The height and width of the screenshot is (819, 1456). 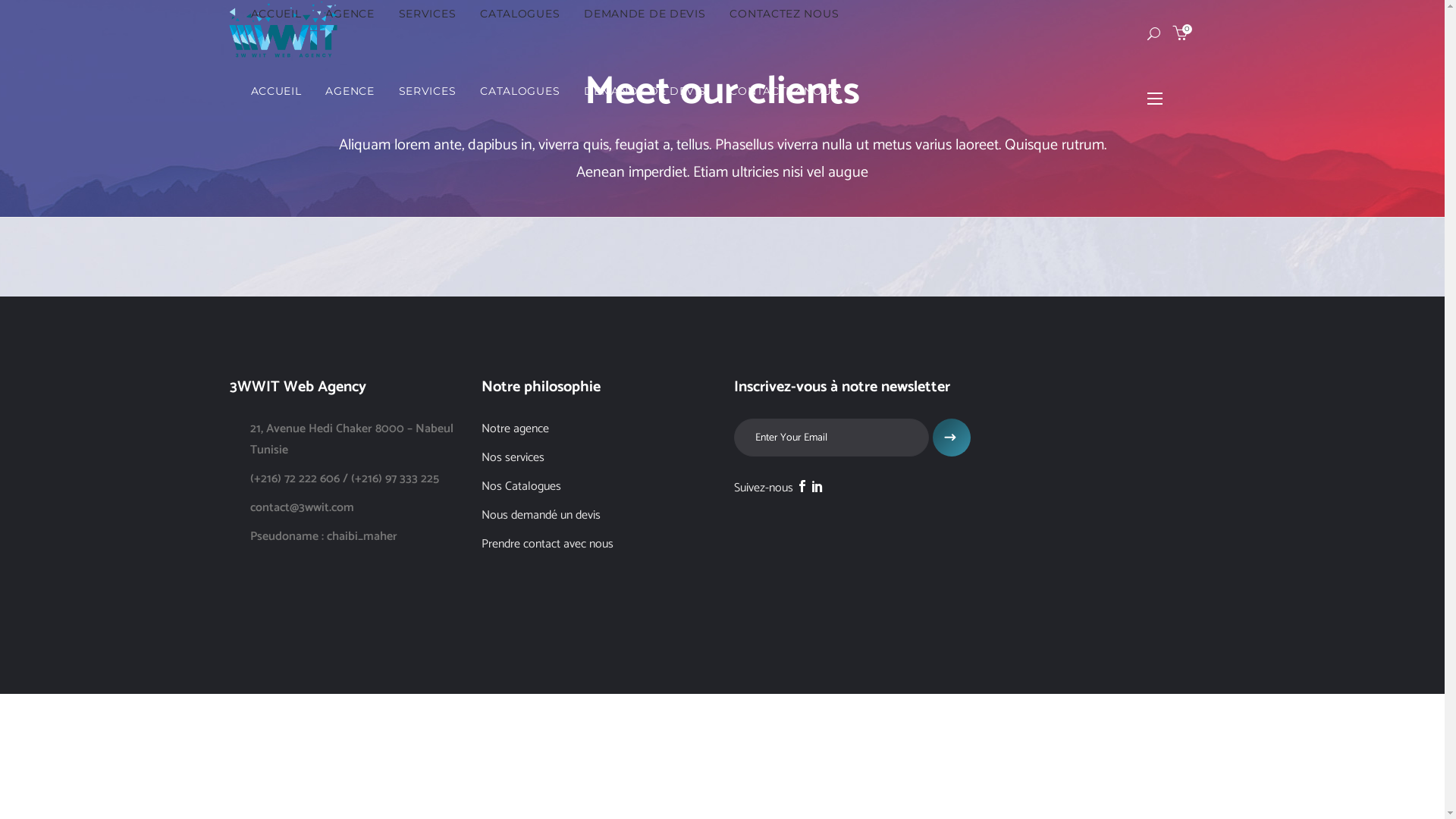 I want to click on 'CONTACTEZ NOUS', so click(x=783, y=90).